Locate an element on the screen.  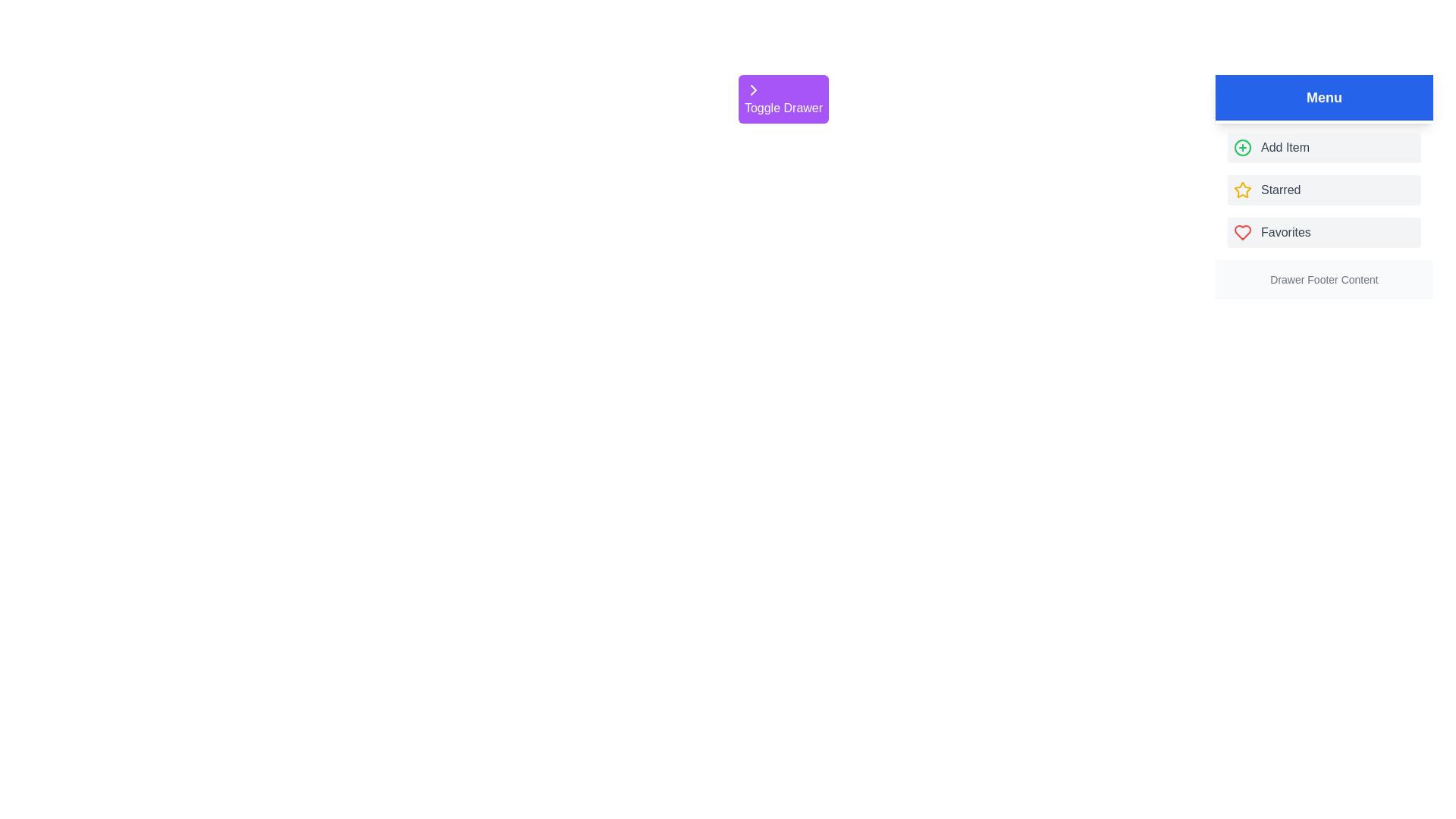
'Toggle Drawer' button to toggle the drawer open or closed is located at coordinates (783, 99).